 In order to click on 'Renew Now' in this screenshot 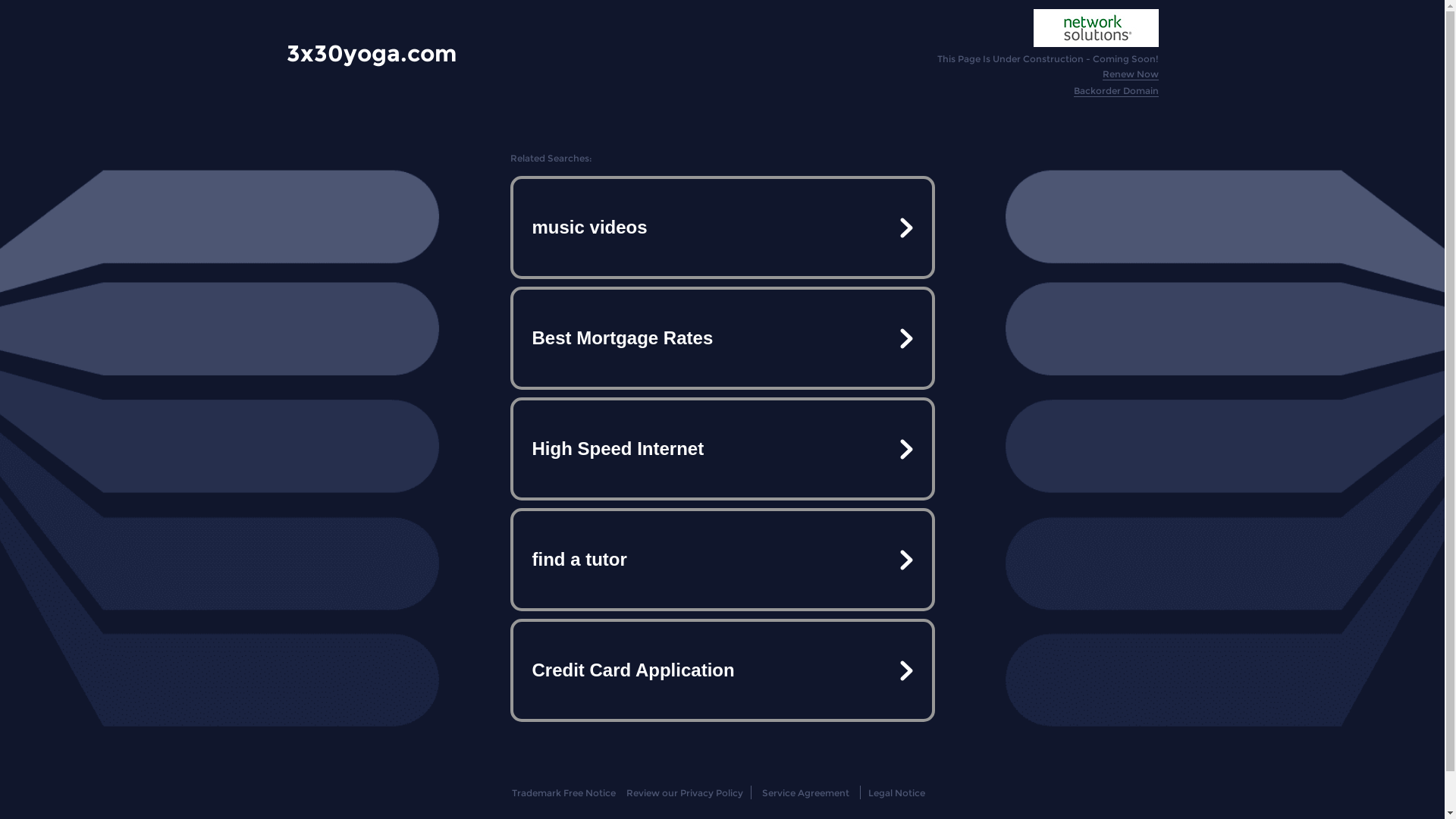, I will do `click(1131, 74)`.